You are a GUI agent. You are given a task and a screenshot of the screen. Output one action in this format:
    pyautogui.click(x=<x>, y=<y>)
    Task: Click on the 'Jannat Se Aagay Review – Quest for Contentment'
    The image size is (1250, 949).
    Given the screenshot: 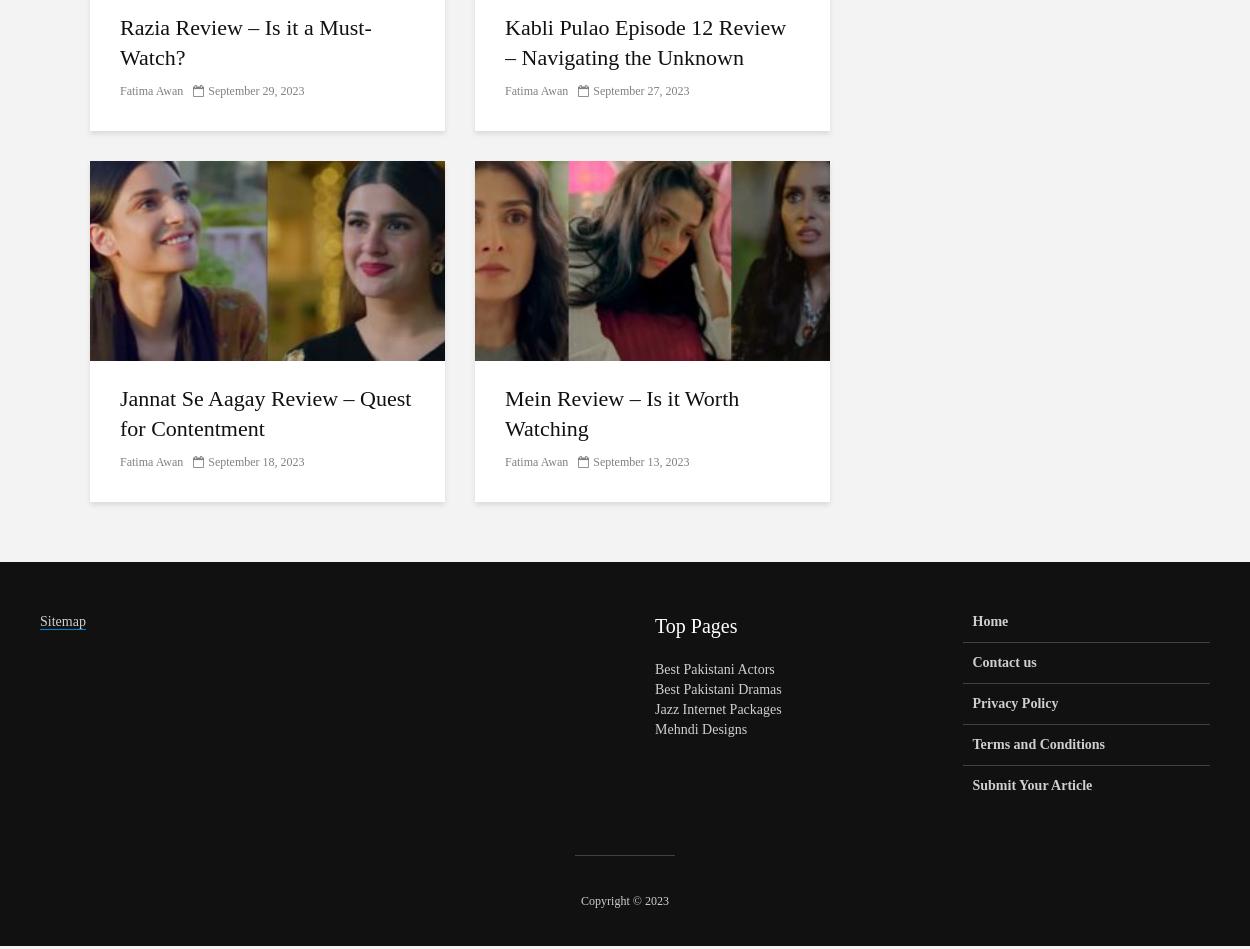 What is the action you would take?
    pyautogui.click(x=265, y=413)
    